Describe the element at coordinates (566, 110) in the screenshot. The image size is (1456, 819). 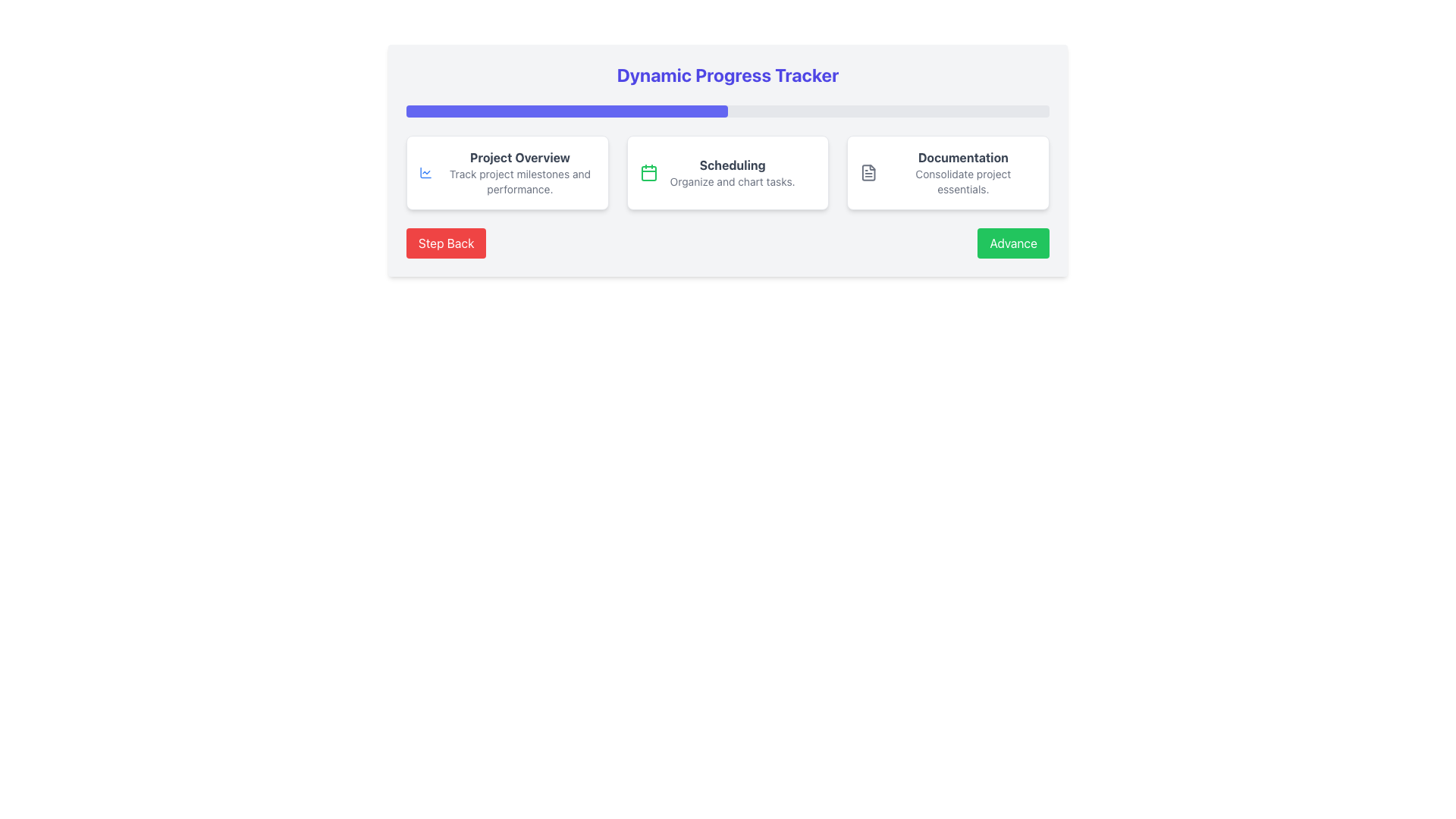
I see `the blue progress bar located below the title 'Dynamic Progress Tracker', which occupies the left half of the gray background bar` at that location.